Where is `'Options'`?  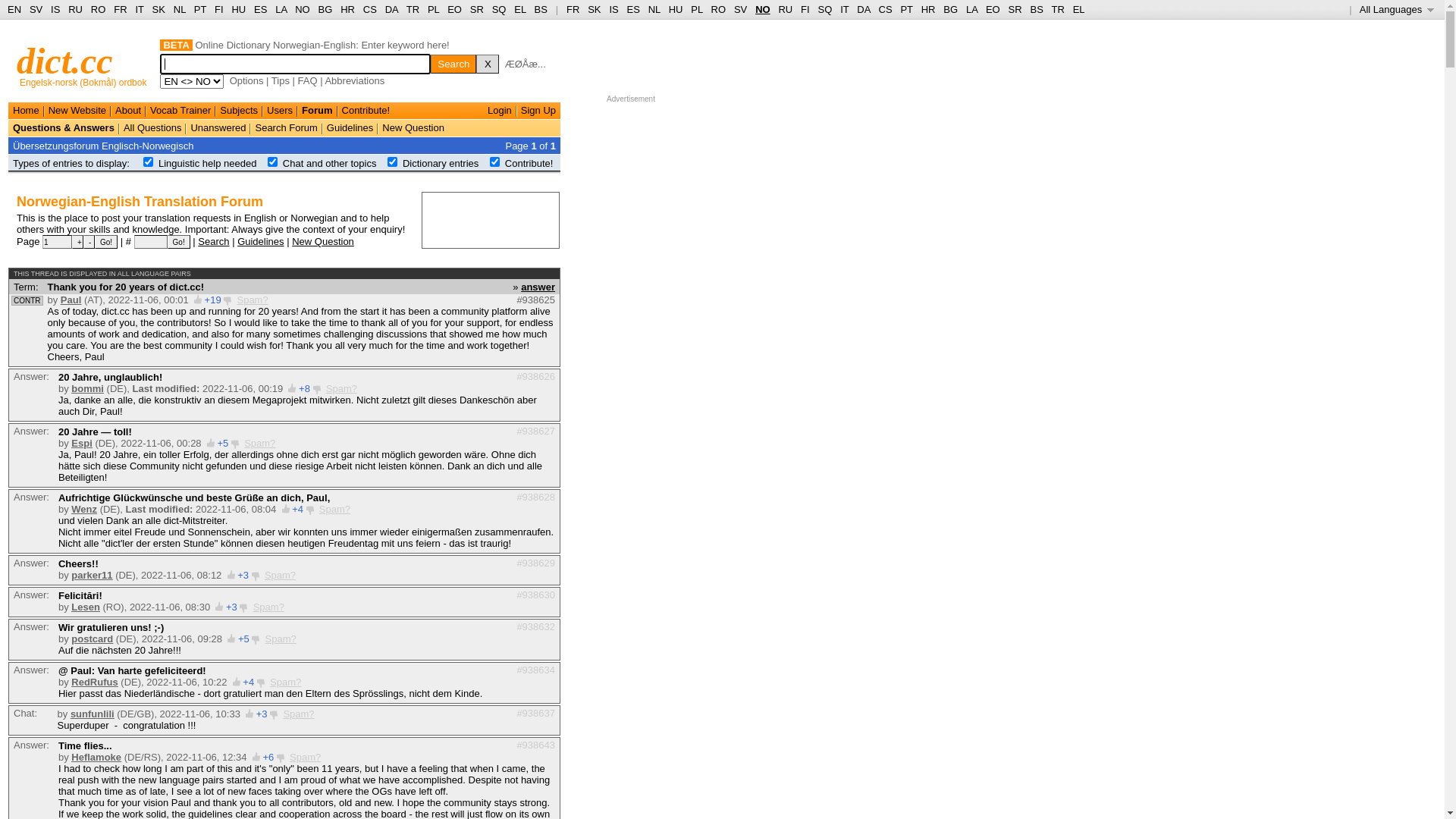
'Options' is located at coordinates (246, 80).